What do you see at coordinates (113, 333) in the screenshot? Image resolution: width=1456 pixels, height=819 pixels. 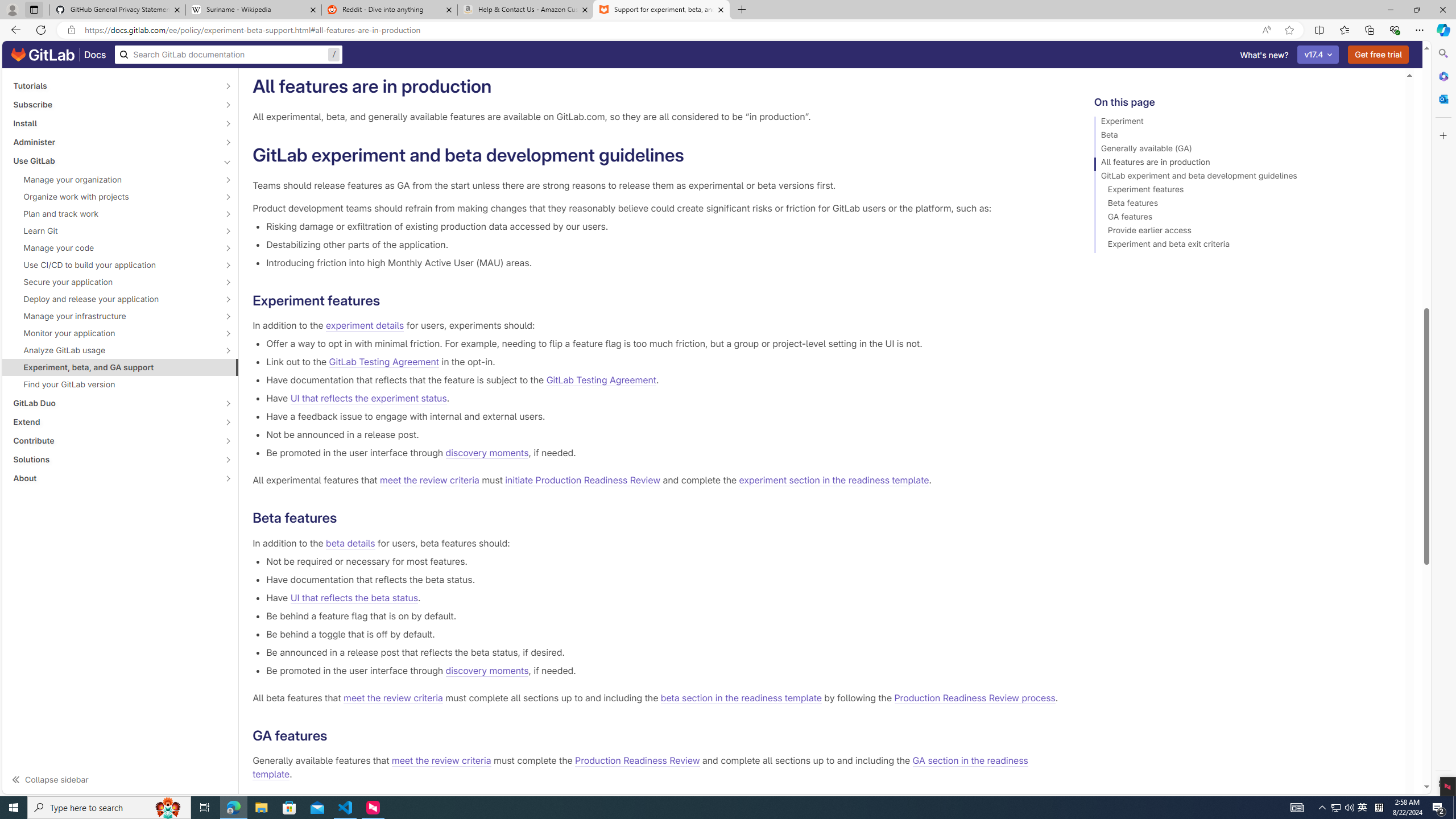 I see `'Monitor your application'` at bounding box center [113, 333].